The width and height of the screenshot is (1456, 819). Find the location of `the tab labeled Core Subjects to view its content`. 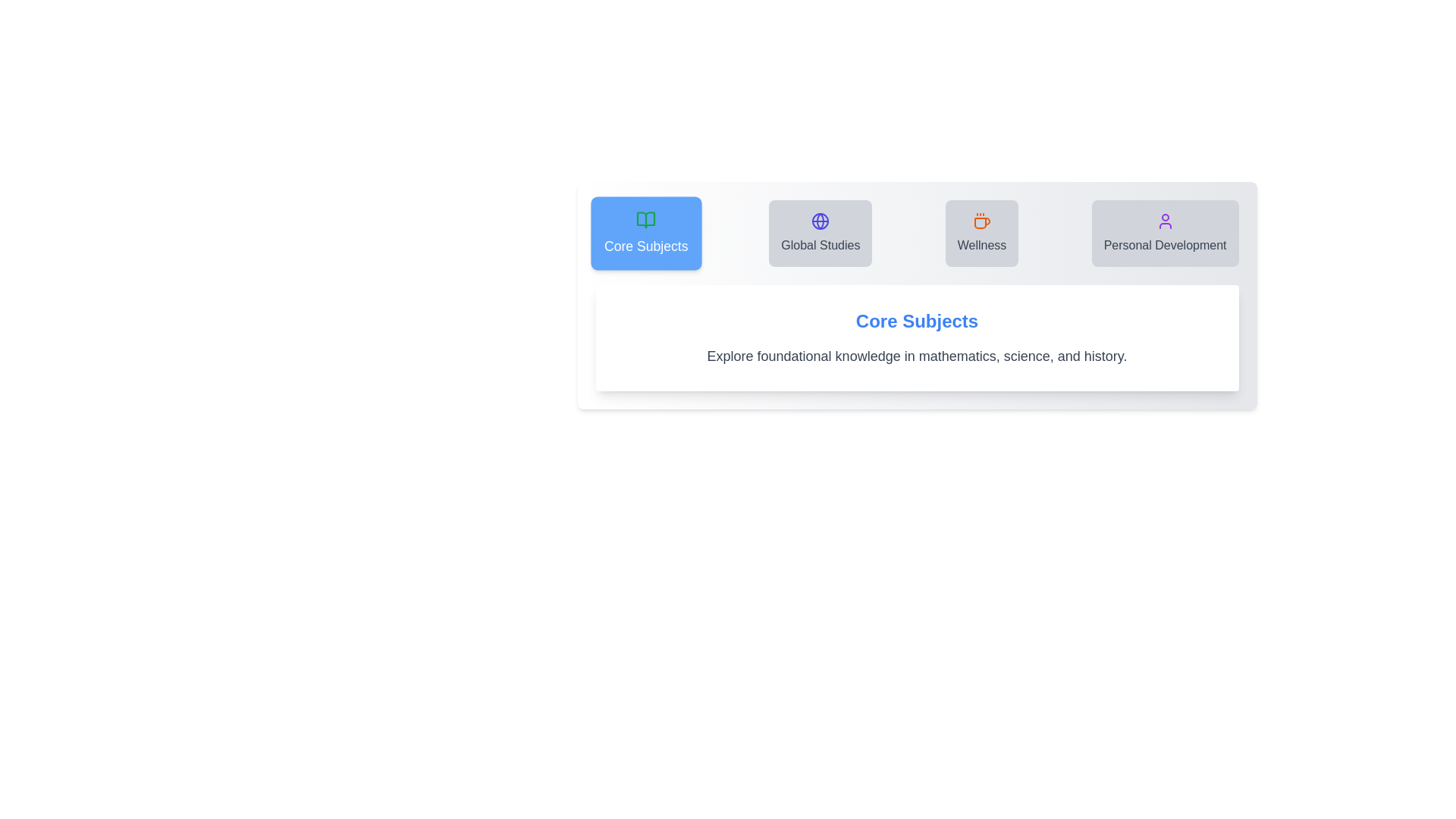

the tab labeled Core Subjects to view its content is located at coordinates (645, 234).